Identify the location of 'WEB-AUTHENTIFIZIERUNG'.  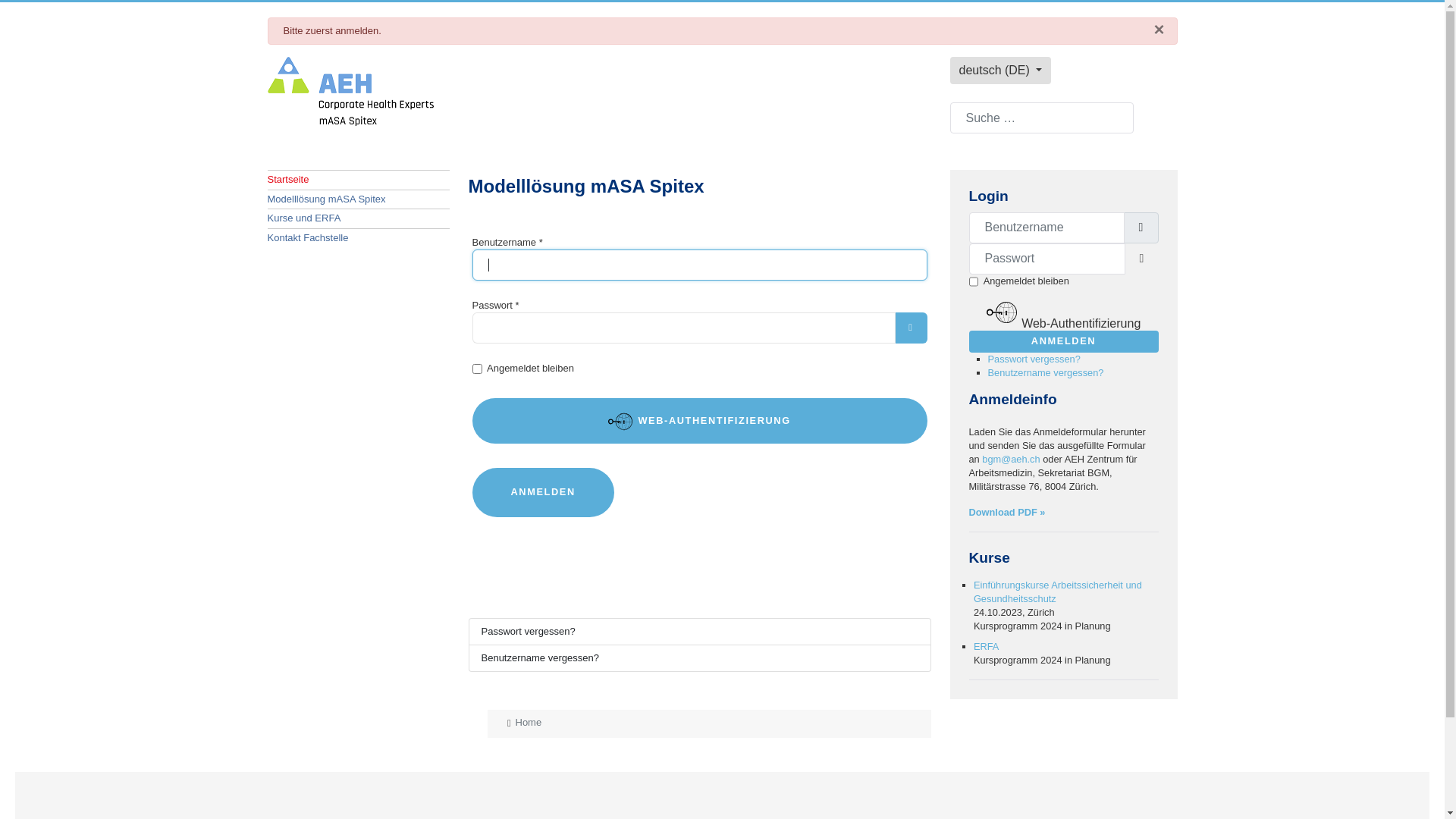
(698, 421).